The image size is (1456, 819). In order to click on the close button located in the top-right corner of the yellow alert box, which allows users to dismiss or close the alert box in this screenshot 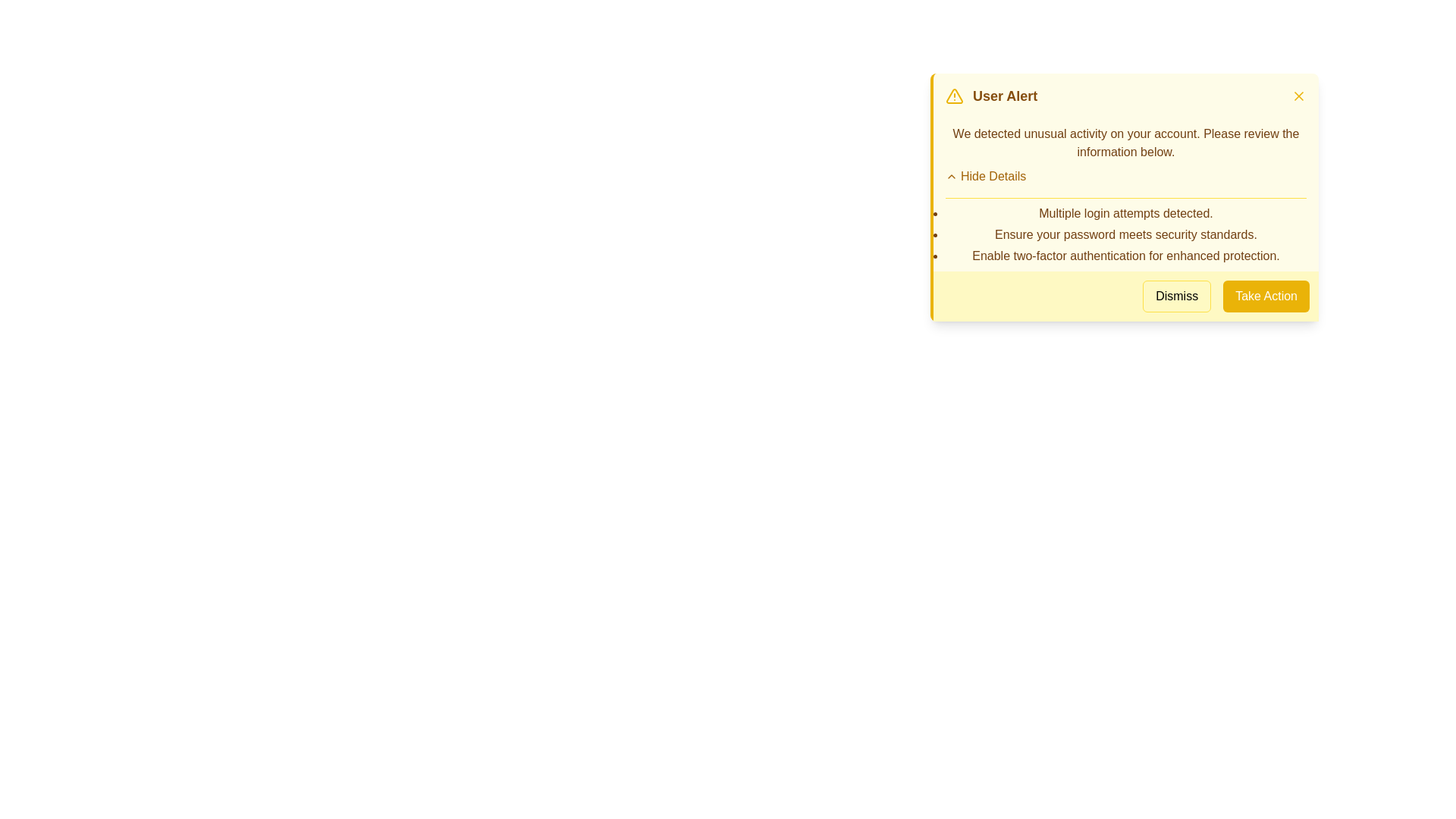, I will do `click(1298, 96)`.